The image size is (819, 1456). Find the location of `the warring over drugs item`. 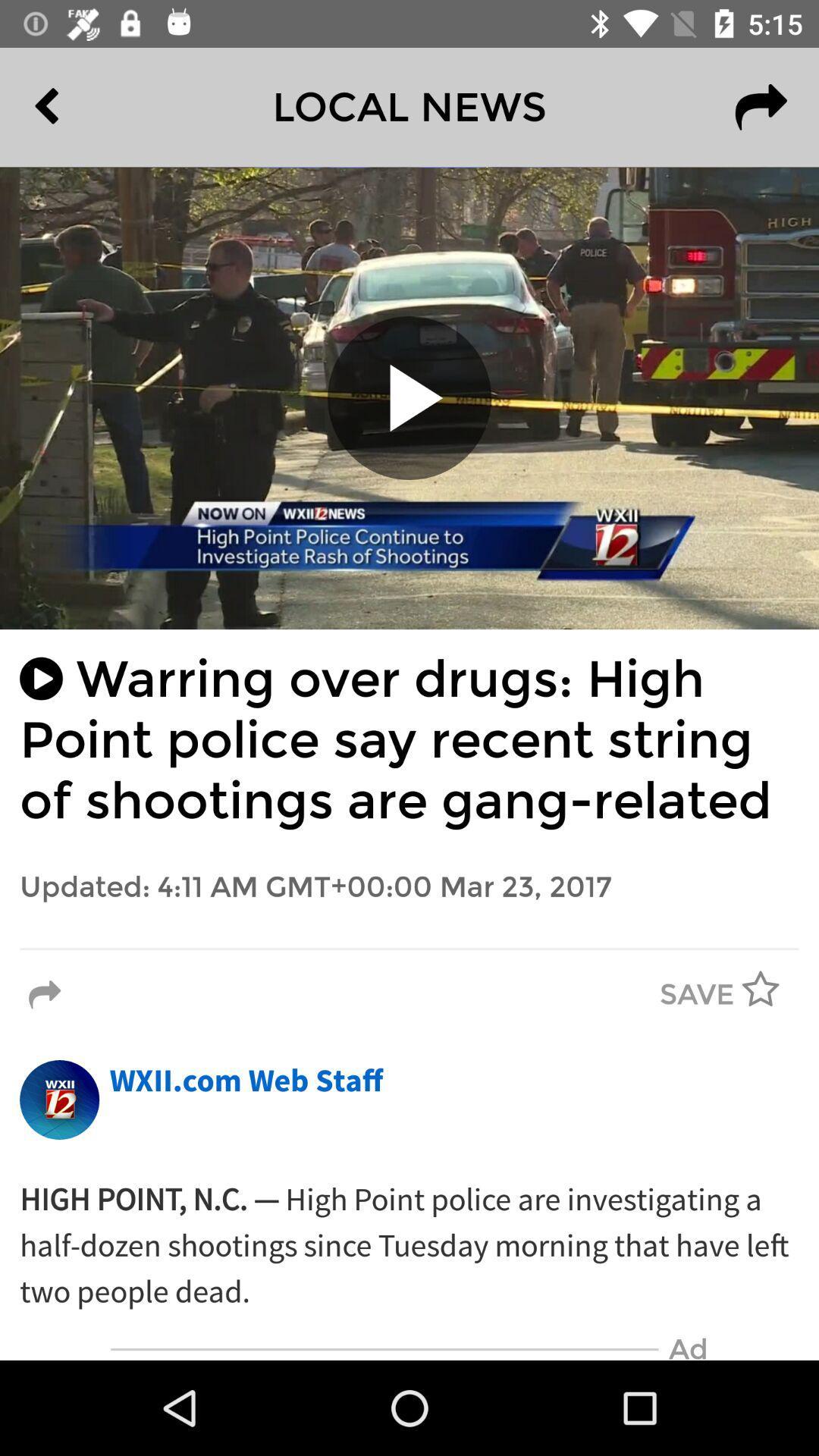

the warring over drugs item is located at coordinates (409, 740).